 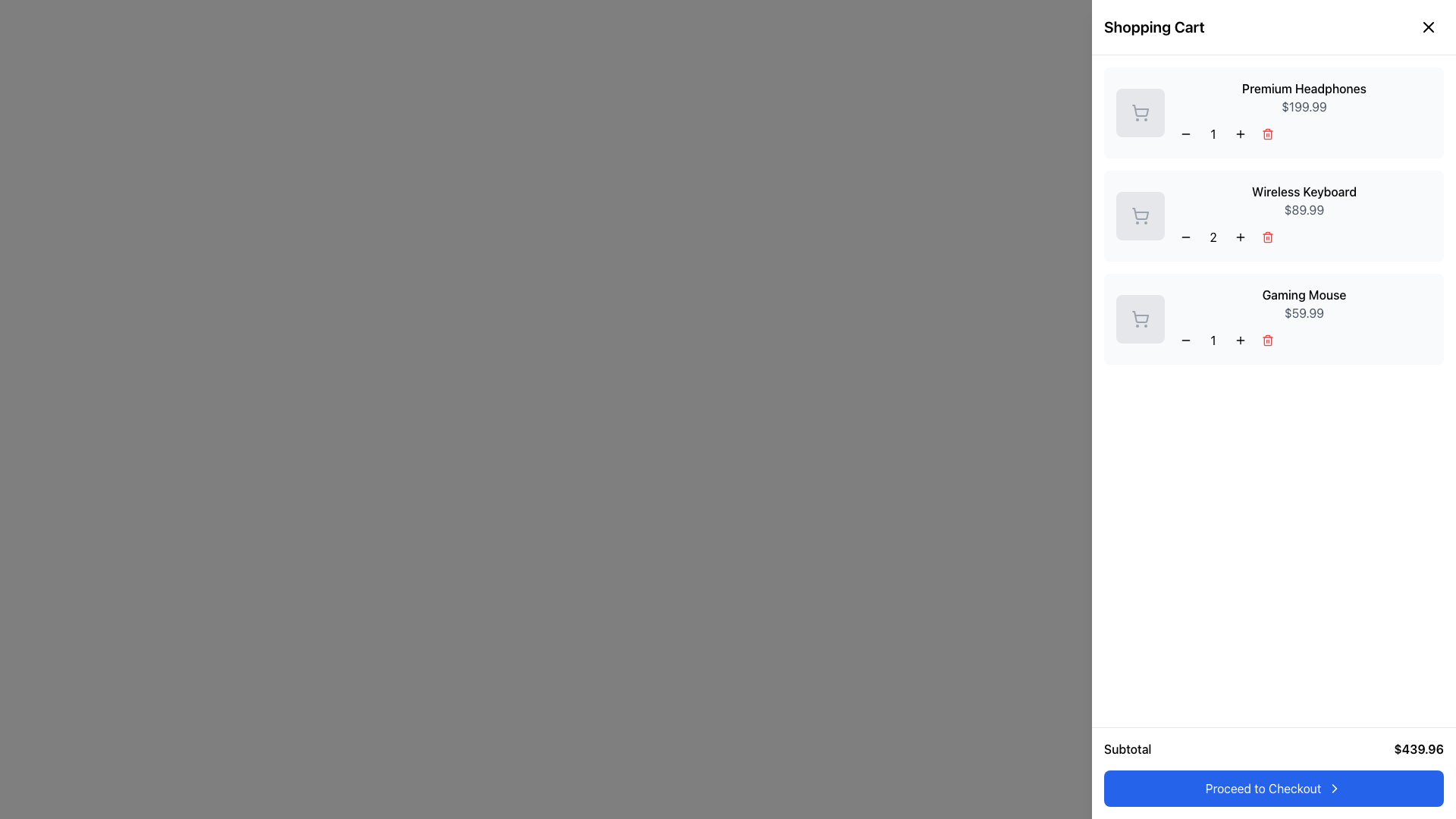 I want to click on the minus (-) icon button with a thin stroke style located to the left of the quantity indicator under 'Premium Headphones', so click(x=1185, y=133).